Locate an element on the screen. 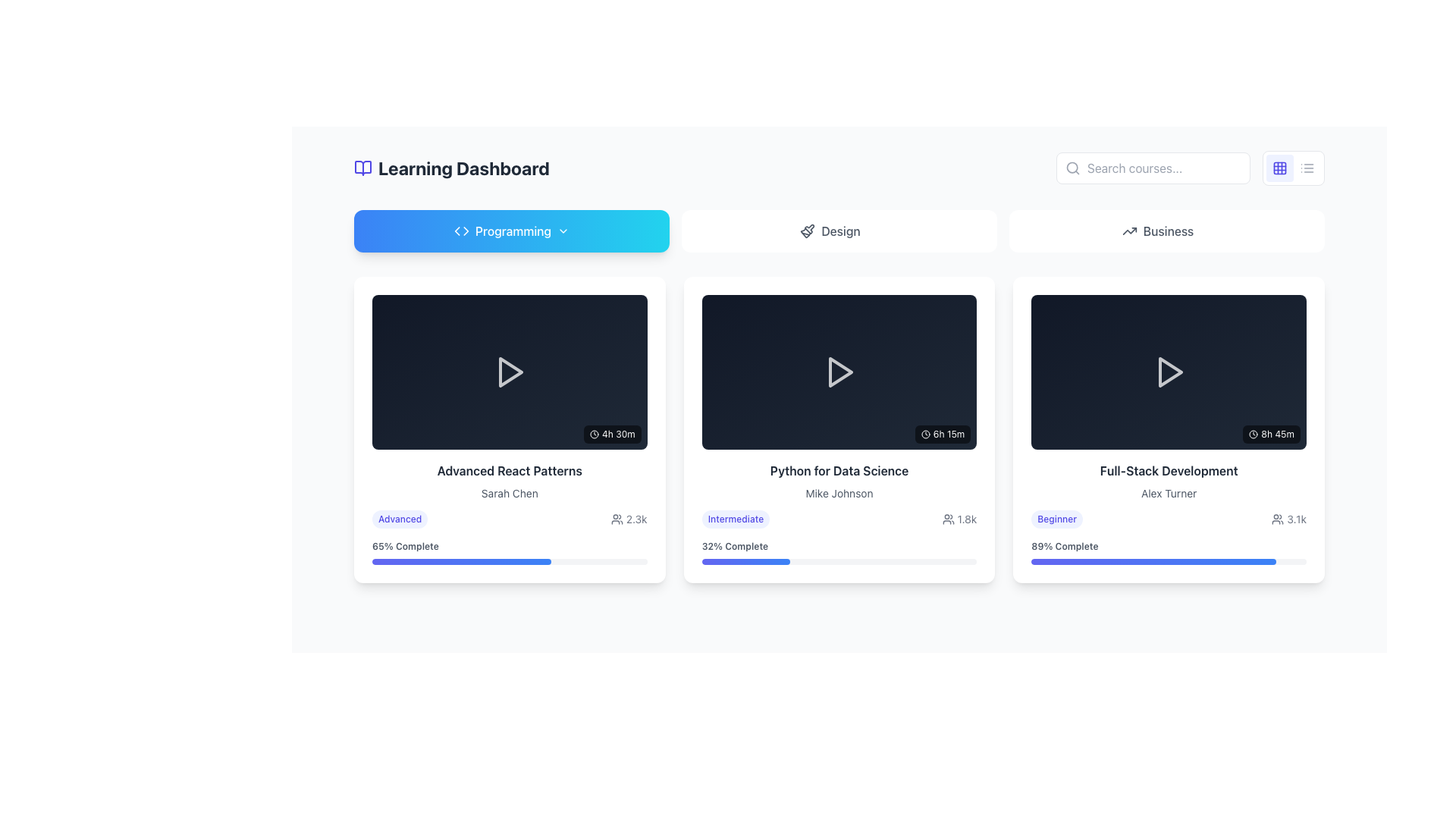 The width and height of the screenshot is (1456, 819). the triangular gray play icon located in the center of the 'Advanced React Patterns' video thumbnail is located at coordinates (511, 372).